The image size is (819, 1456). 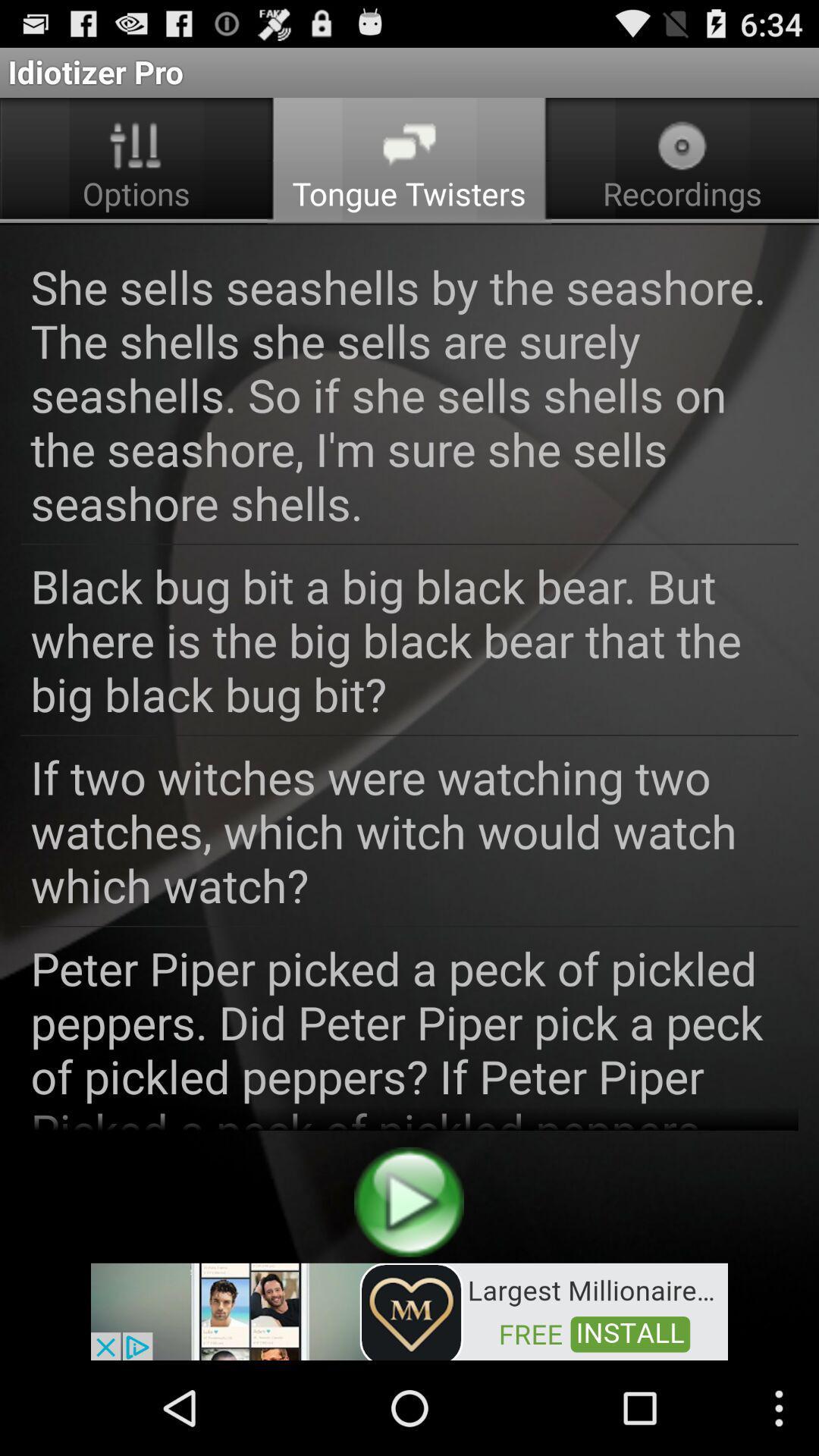 I want to click on play, so click(x=408, y=1201).